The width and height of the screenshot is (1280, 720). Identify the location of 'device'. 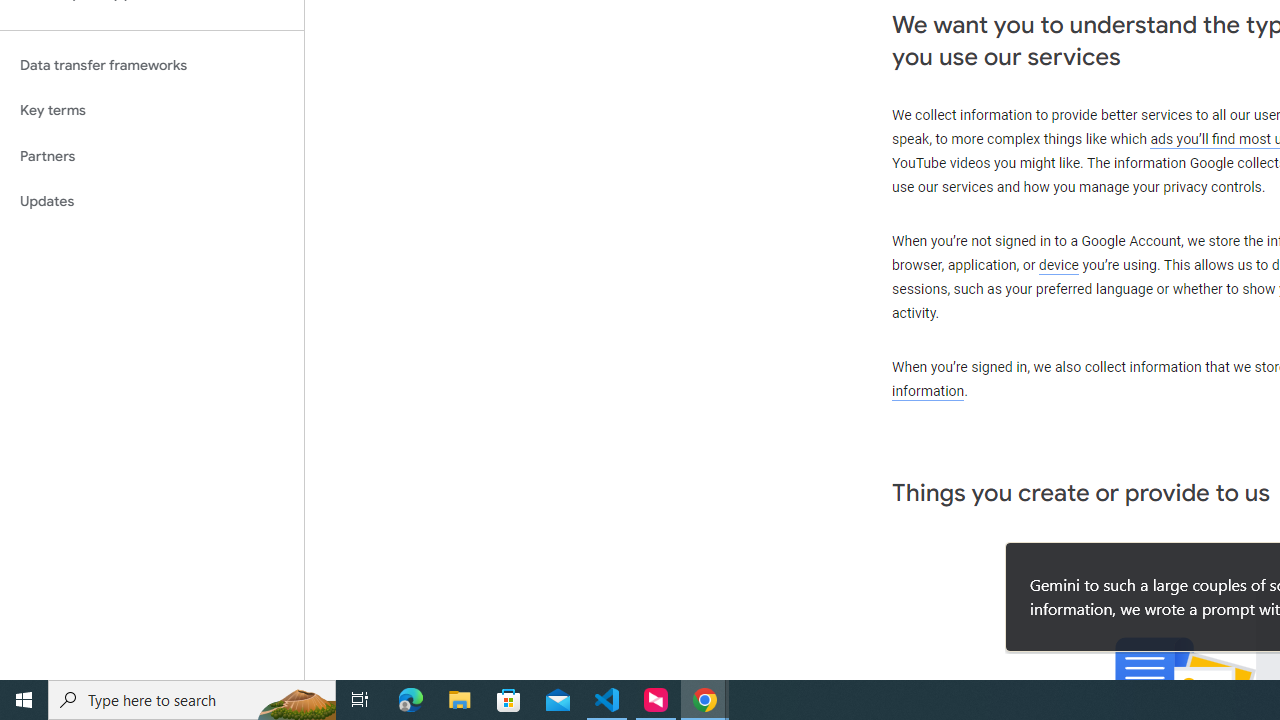
(1058, 264).